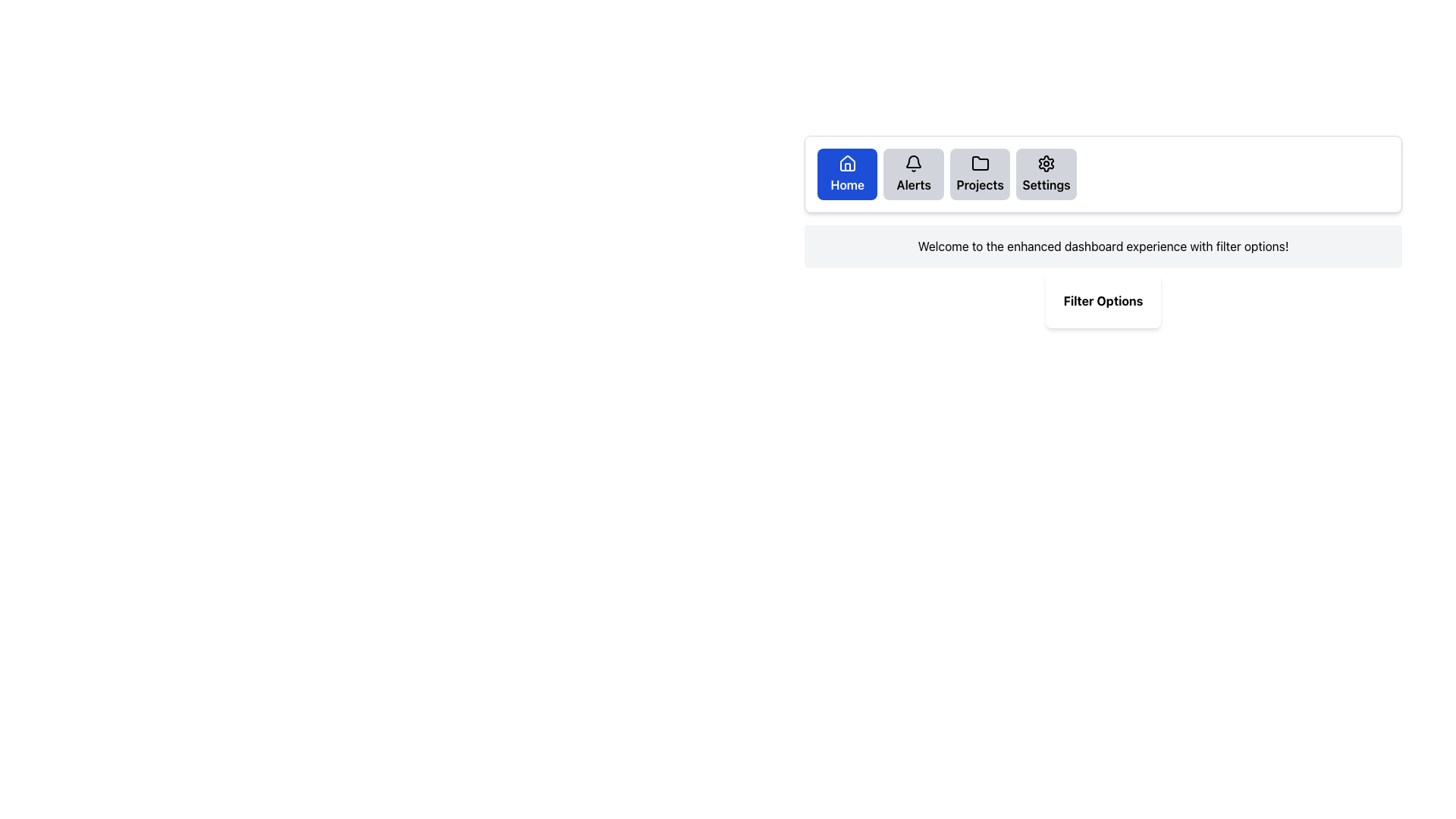 This screenshot has width=1456, height=819. What do you see at coordinates (980, 163) in the screenshot?
I see `the 'Projects' folder icon in the horizontal navigation menu` at bounding box center [980, 163].